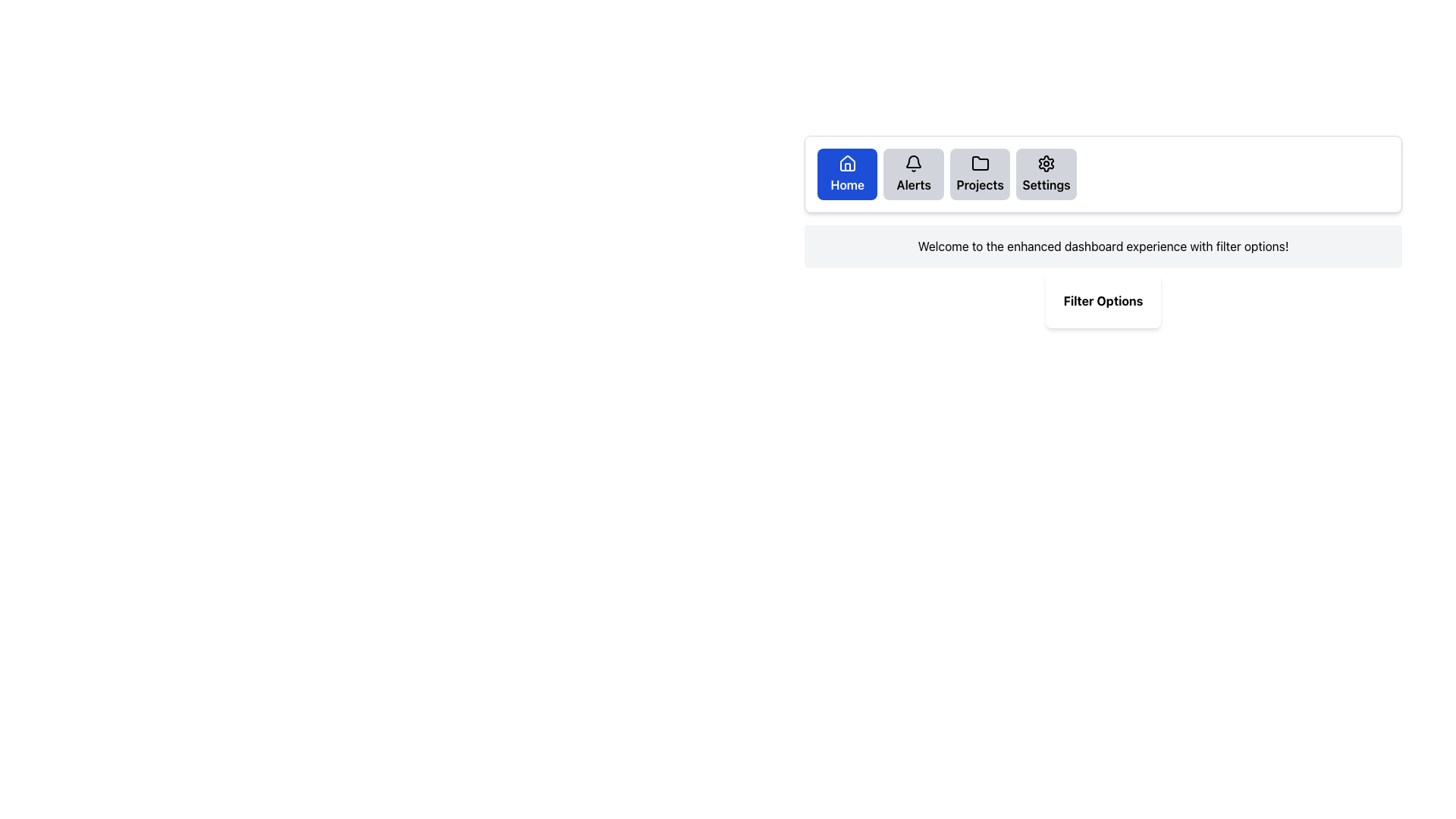 This screenshot has width=1456, height=819. What do you see at coordinates (980, 163) in the screenshot?
I see `the 'Projects' folder icon in the horizontal navigation menu` at bounding box center [980, 163].